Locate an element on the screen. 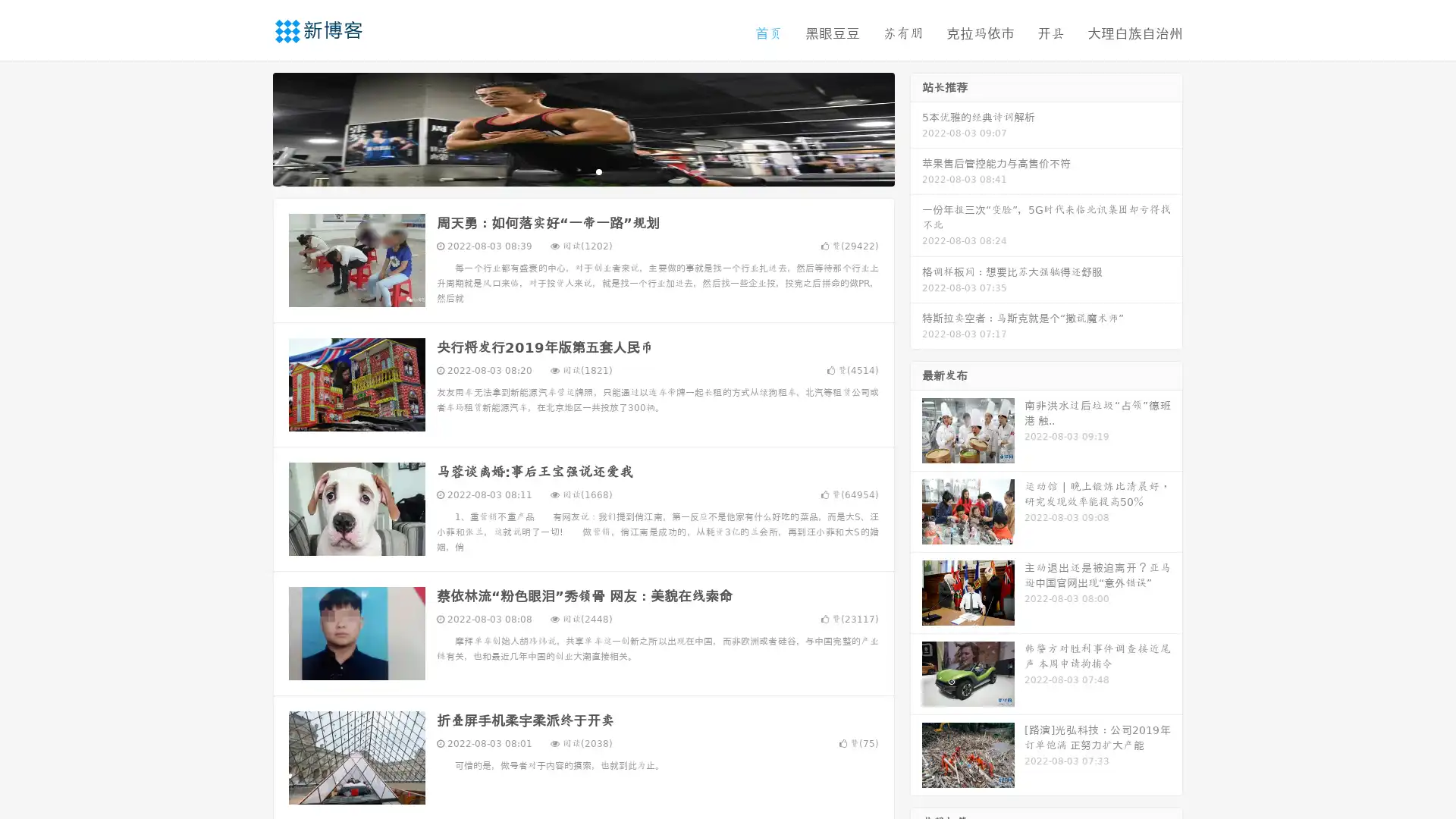 This screenshot has width=1456, height=819. Go to slide 2 is located at coordinates (582, 171).